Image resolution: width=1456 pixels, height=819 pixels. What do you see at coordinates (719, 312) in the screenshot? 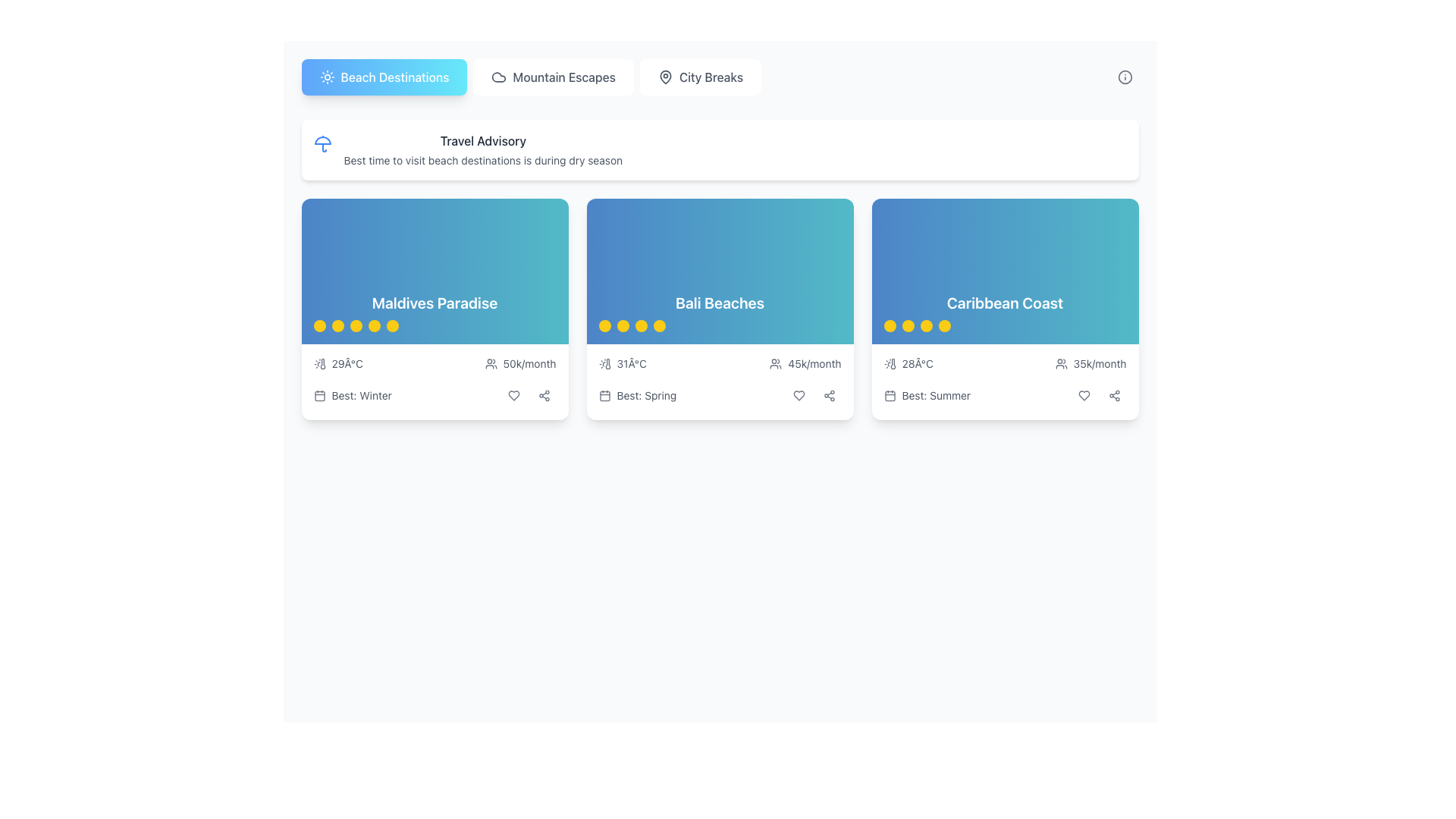
I see `the 'Bali Beaches' text label, which is a white bold font positioned above yellow rating icons in the middle card of a triplet arrangement` at bounding box center [719, 312].